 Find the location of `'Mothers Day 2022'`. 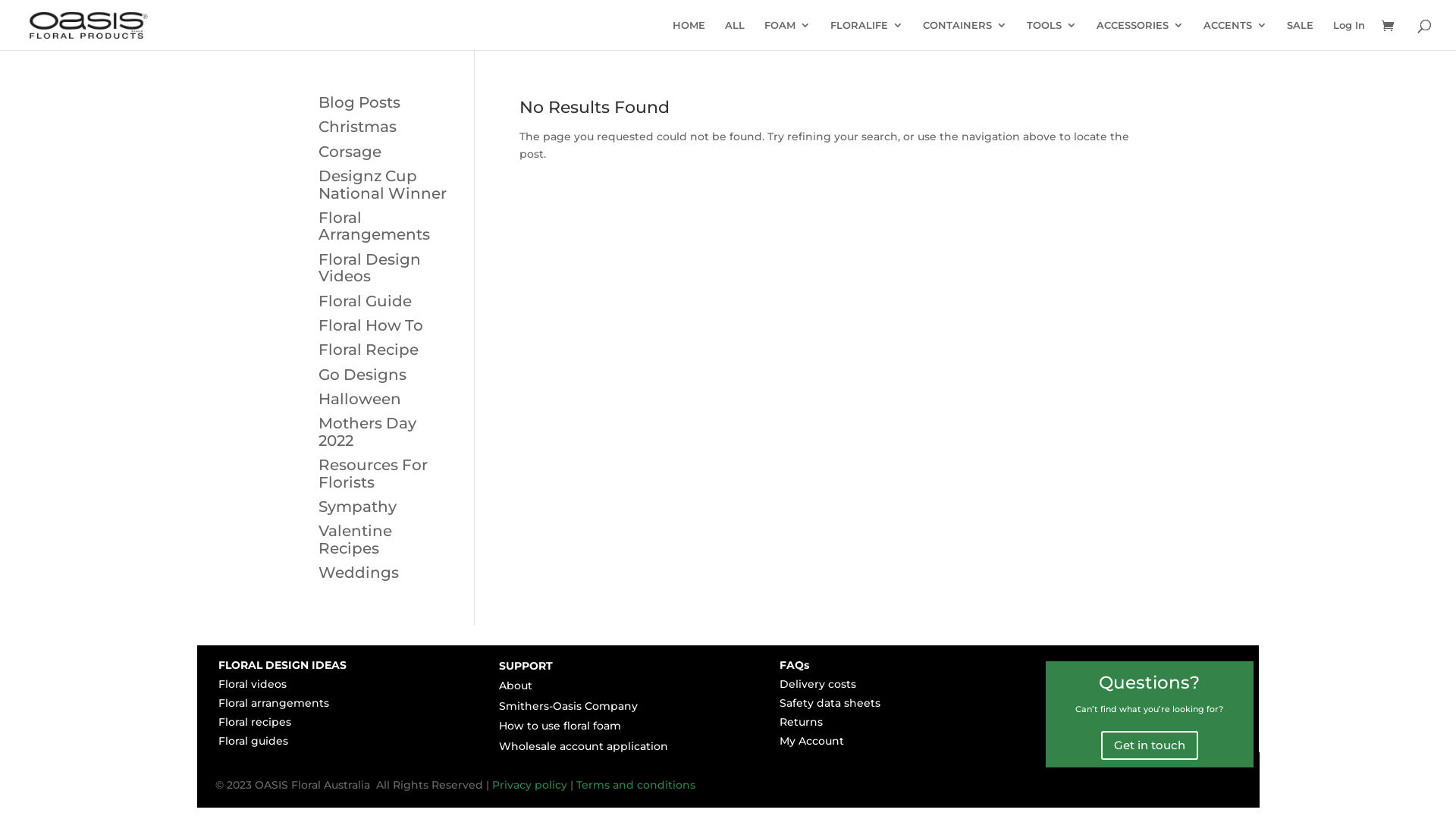

'Mothers Day 2022' is located at coordinates (318, 431).